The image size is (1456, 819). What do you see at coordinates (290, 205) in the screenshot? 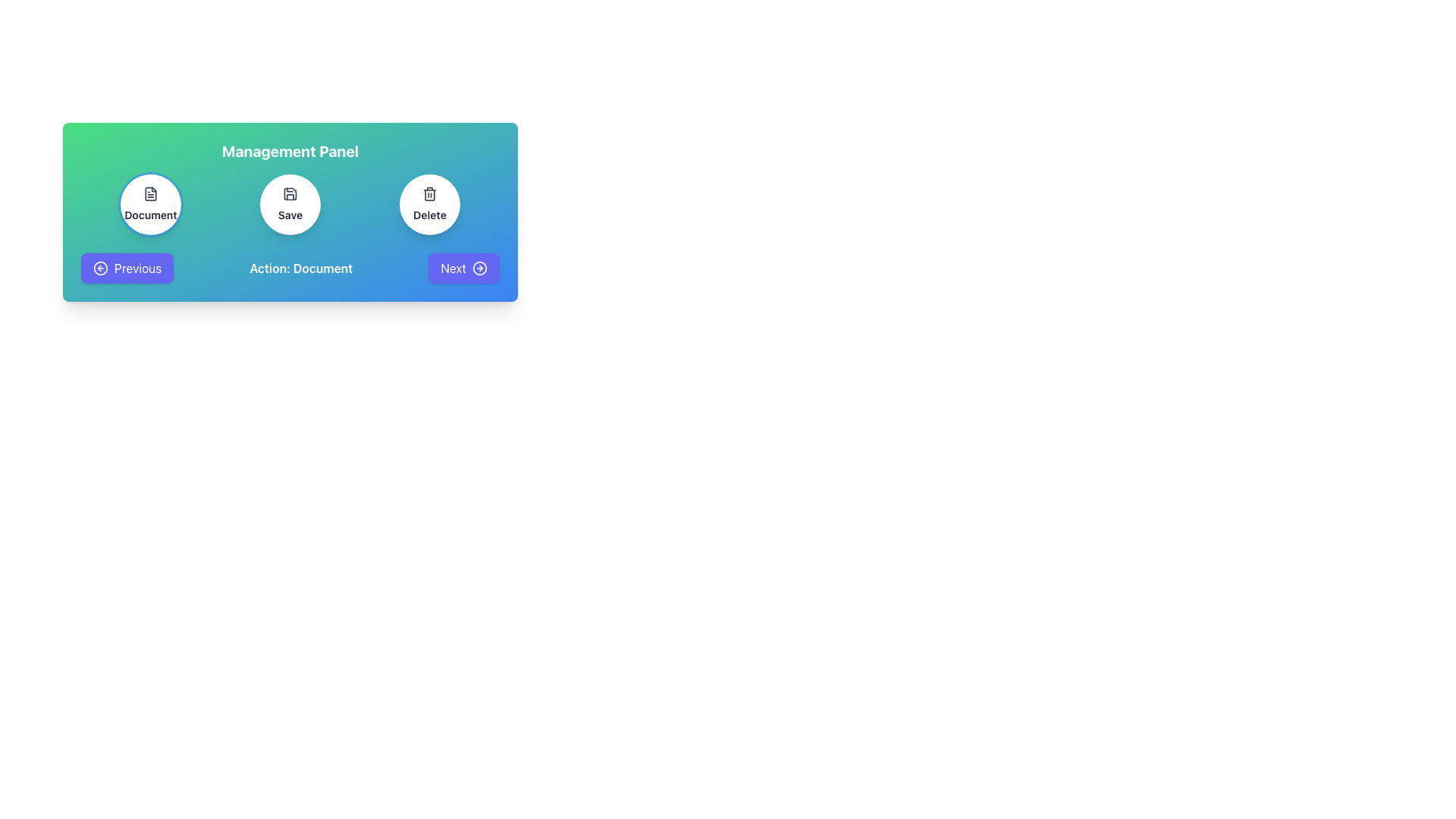
I see `the 'Save' button, which is centrally located among three buttons labeled 'Document', 'Save', and 'Delete', to observe its visual effects` at bounding box center [290, 205].